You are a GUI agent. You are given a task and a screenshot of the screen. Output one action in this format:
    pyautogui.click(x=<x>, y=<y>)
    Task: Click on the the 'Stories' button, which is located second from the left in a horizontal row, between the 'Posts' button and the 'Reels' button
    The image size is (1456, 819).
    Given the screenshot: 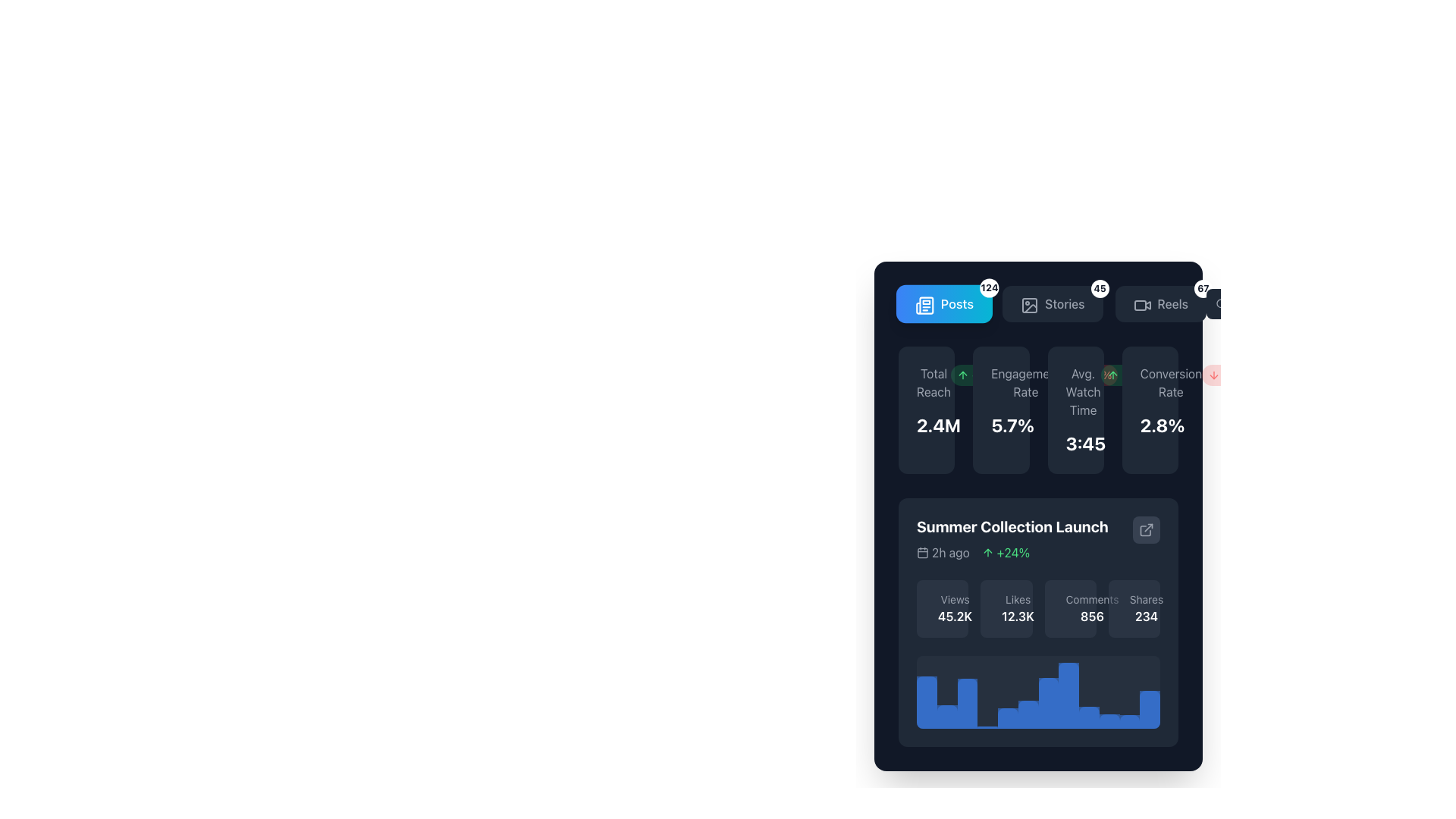 What is the action you would take?
    pyautogui.click(x=1037, y=304)
    